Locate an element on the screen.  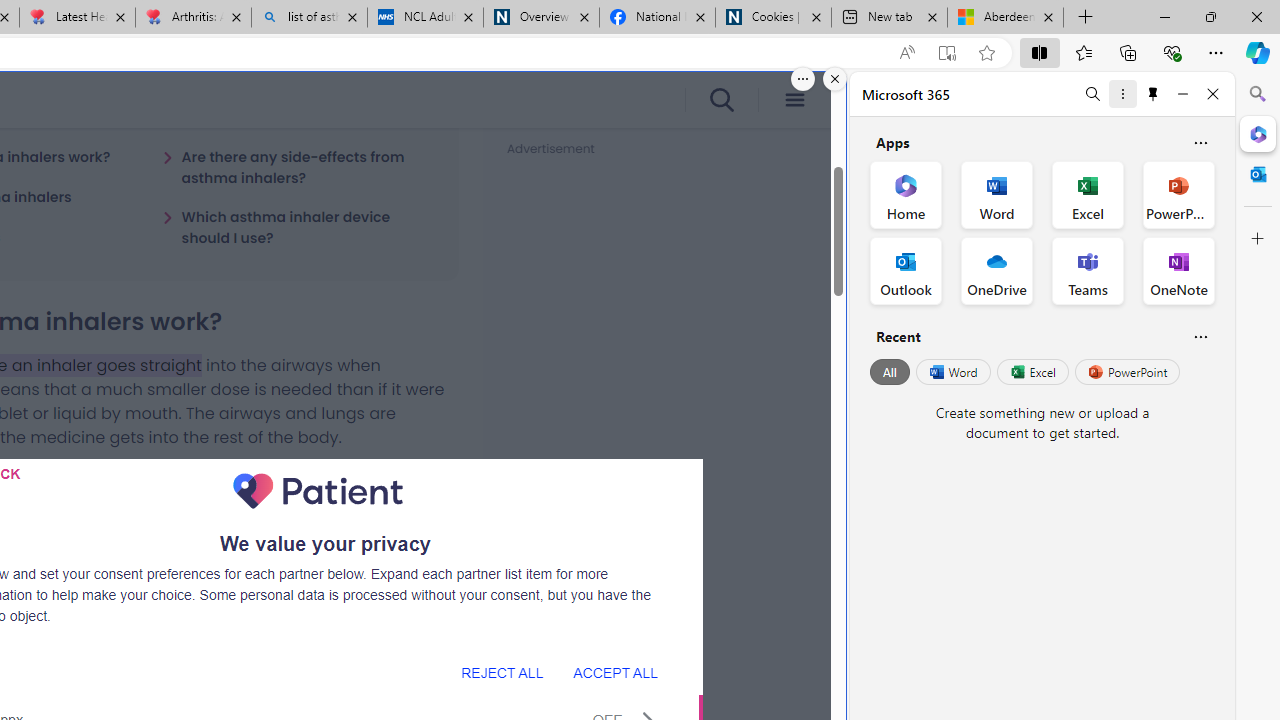
'Publisher Logo' is located at coordinates (317, 491).